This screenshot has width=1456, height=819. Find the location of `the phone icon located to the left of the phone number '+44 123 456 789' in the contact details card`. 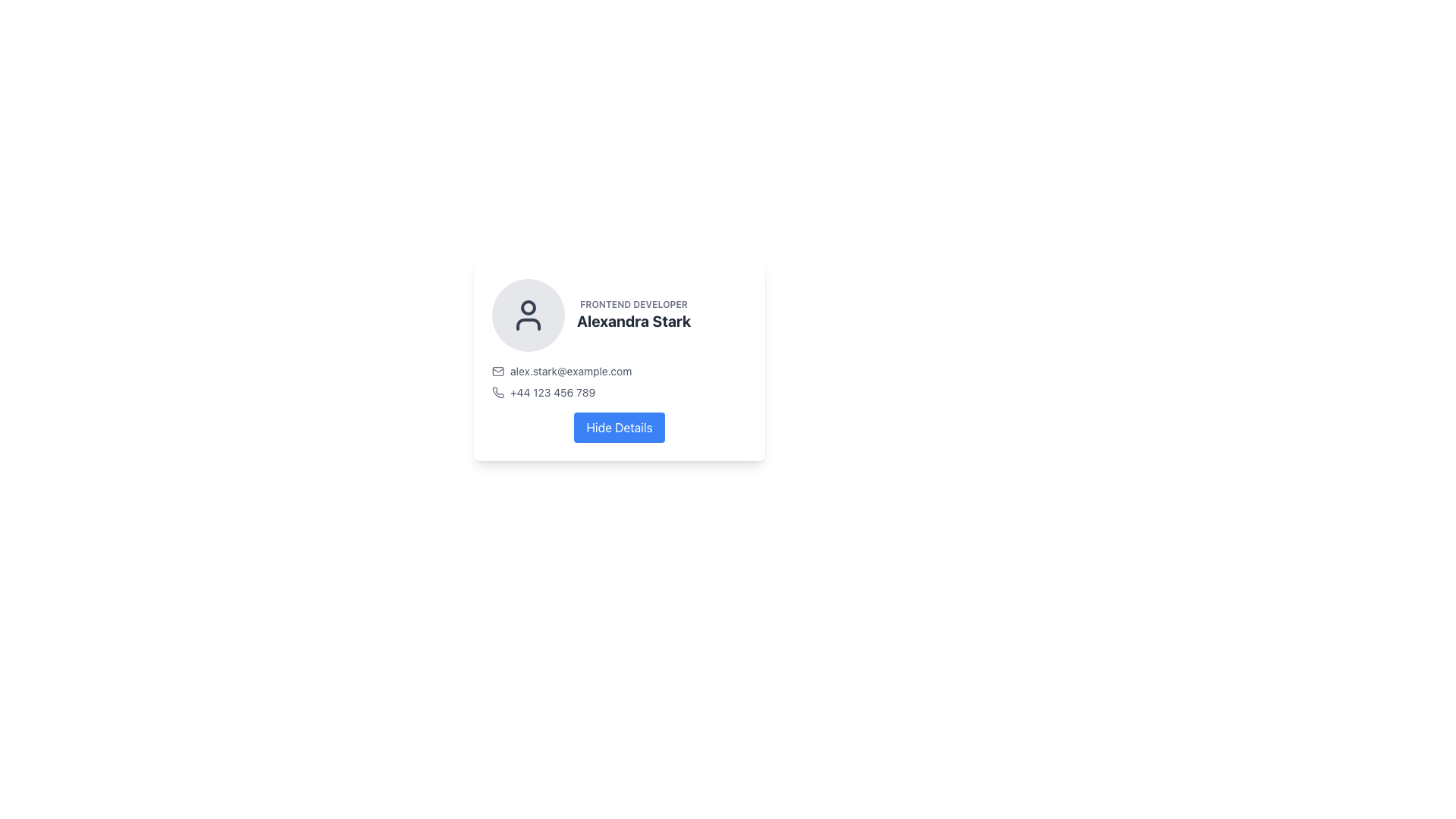

the phone icon located to the left of the phone number '+44 123 456 789' in the contact details card is located at coordinates (498, 391).